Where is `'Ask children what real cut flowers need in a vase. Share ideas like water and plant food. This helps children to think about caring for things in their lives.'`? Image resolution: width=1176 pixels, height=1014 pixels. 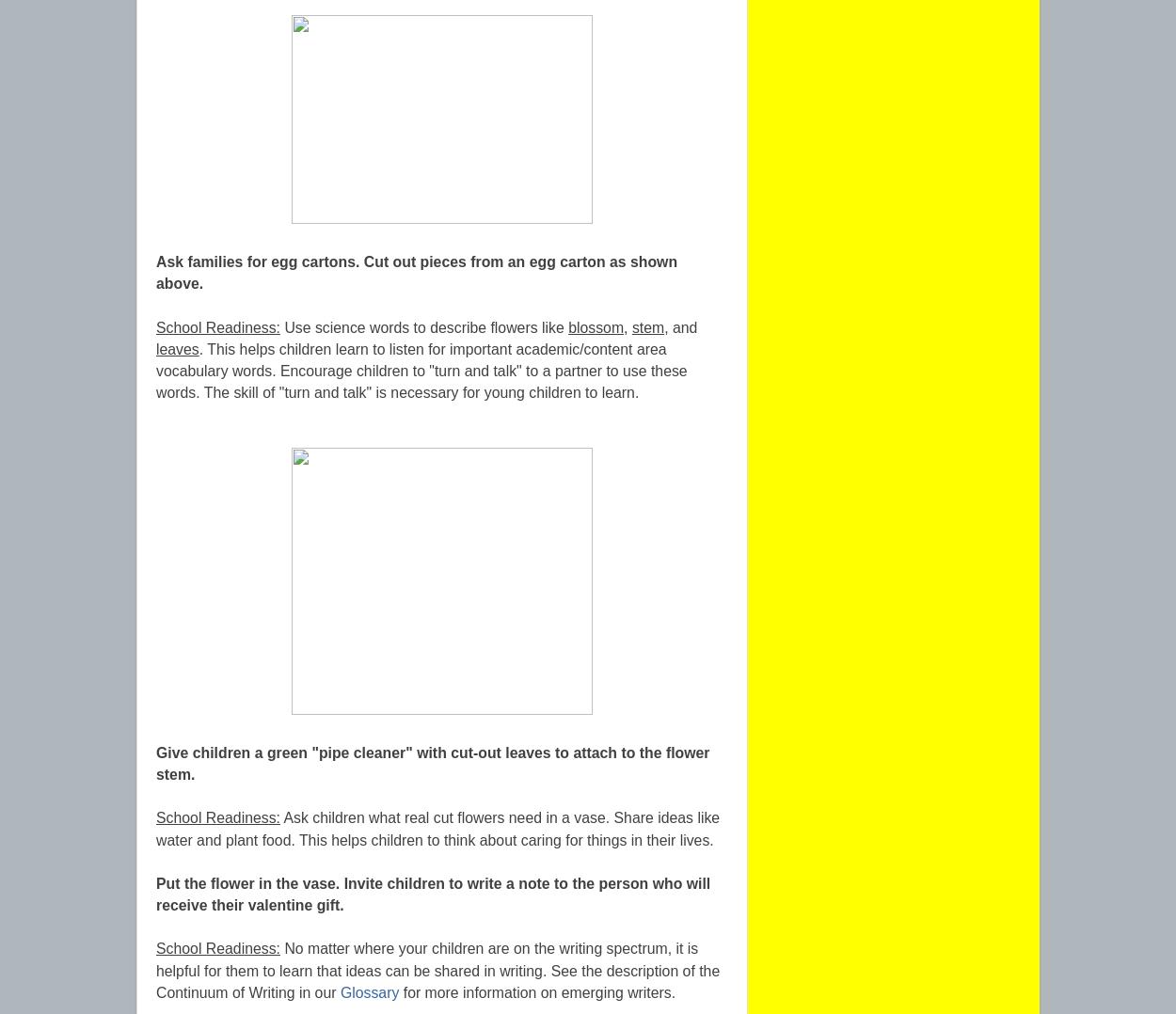 'Ask children what real cut flowers need in a vase. Share ideas like water and plant food. This helps children to think about caring for things in their lives.' is located at coordinates (156, 828).